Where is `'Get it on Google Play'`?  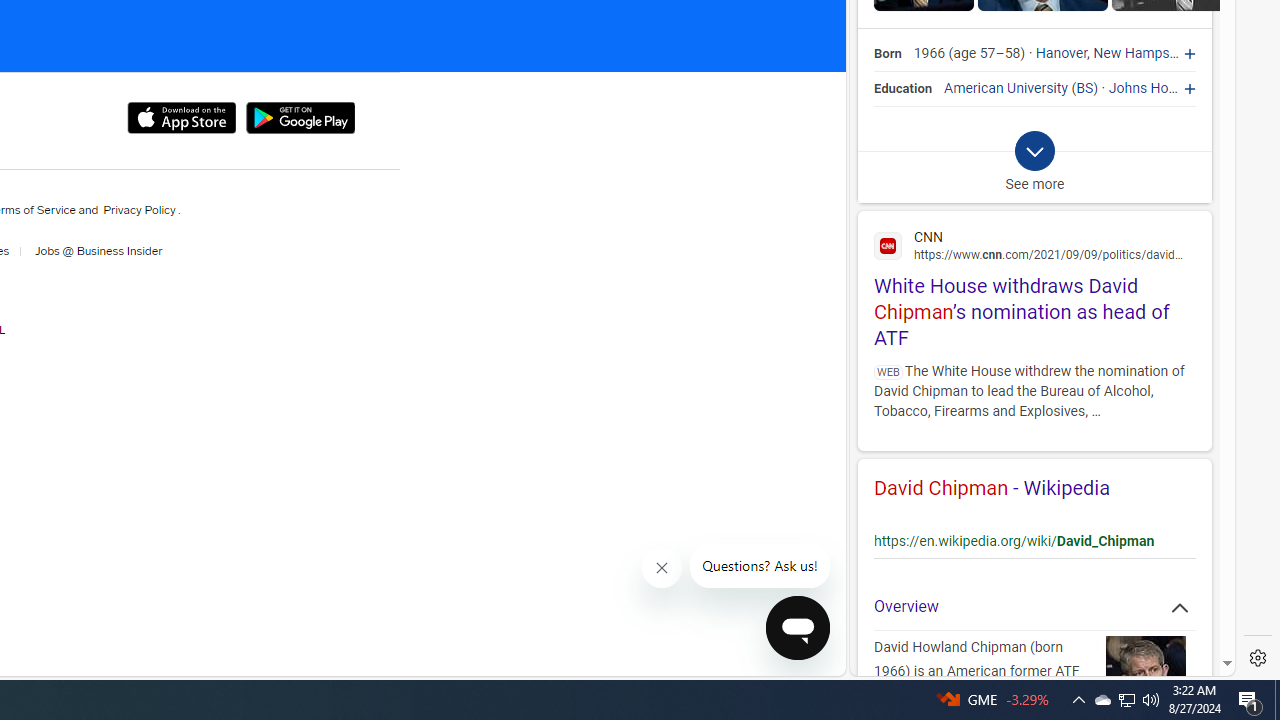
'Get it on Google Play' is located at coordinates (299, 118).